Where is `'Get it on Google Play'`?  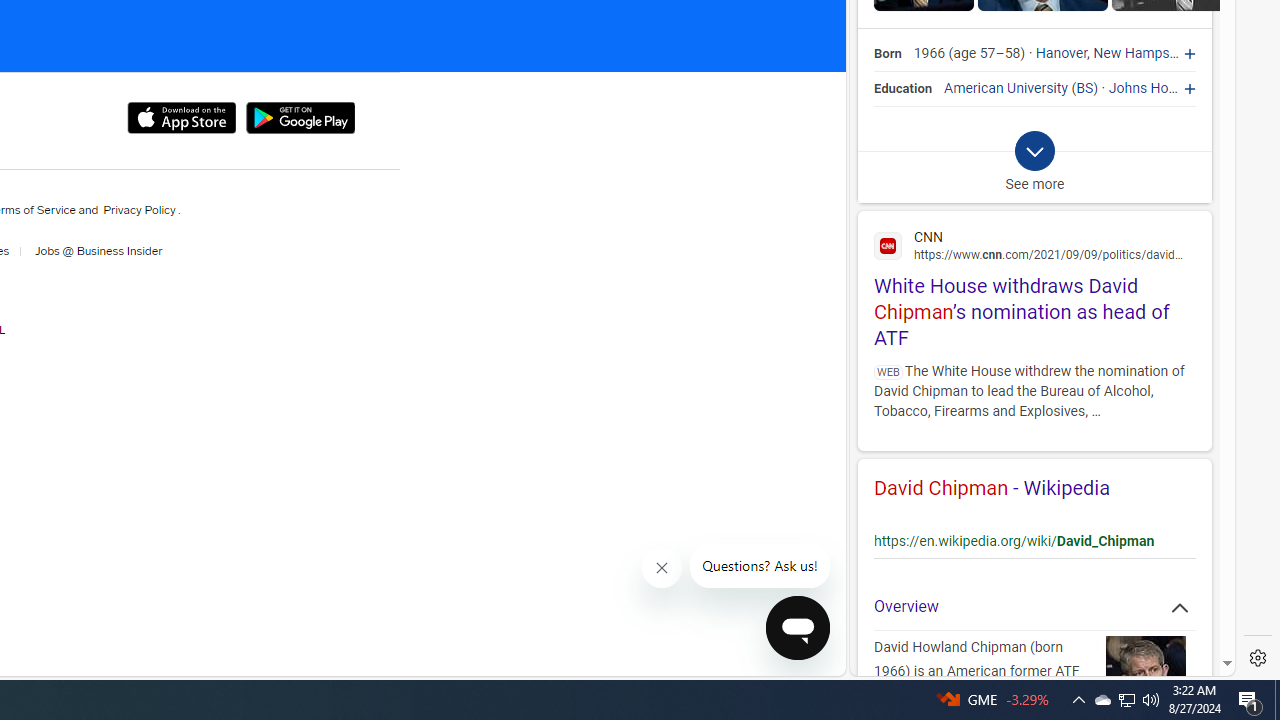
'Get it on Google Play' is located at coordinates (299, 118).